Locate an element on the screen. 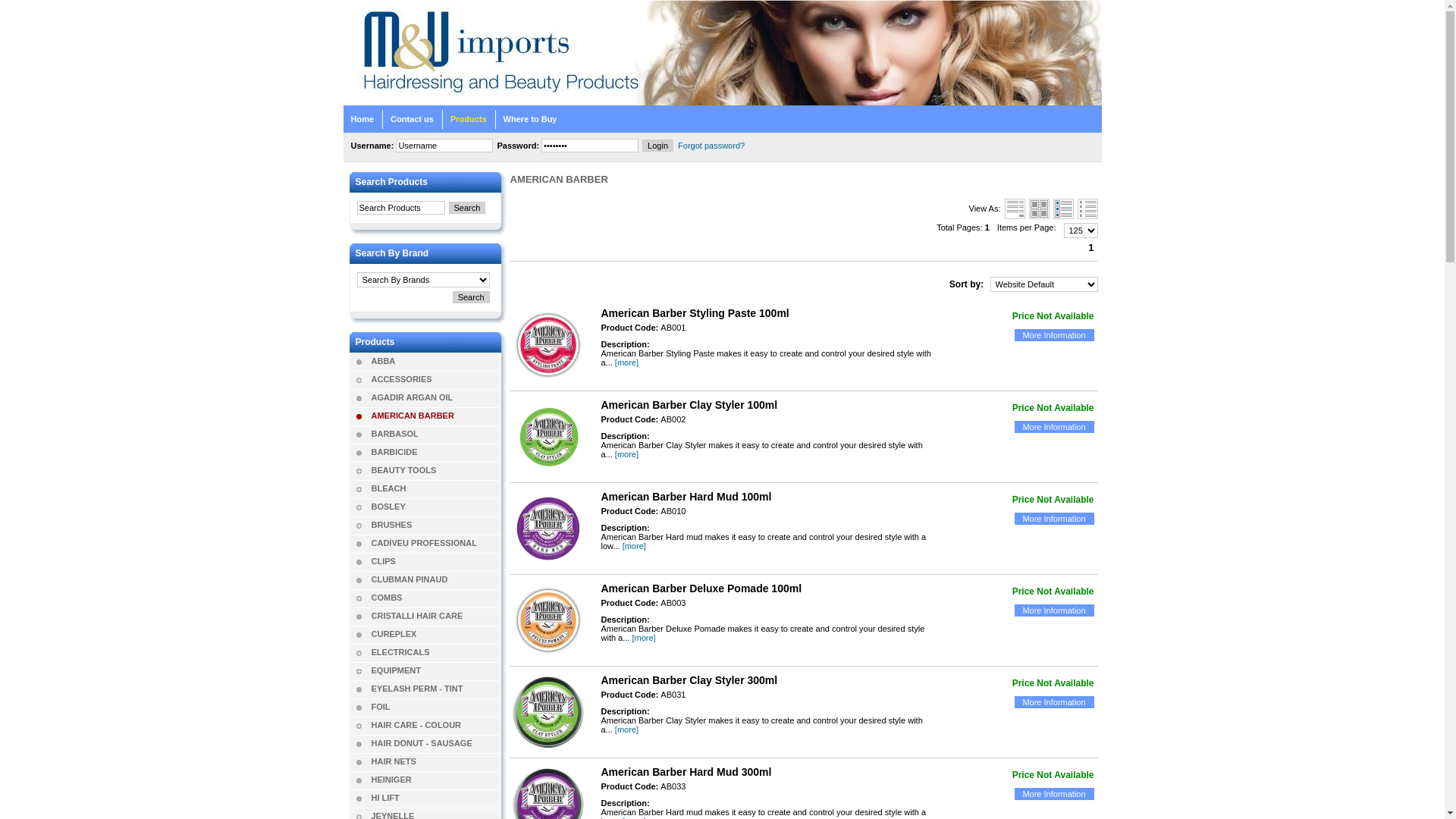 Image resolution: width=1456 pixels, height=819 pixels. '[more]' is located at coordinates (615, 362).